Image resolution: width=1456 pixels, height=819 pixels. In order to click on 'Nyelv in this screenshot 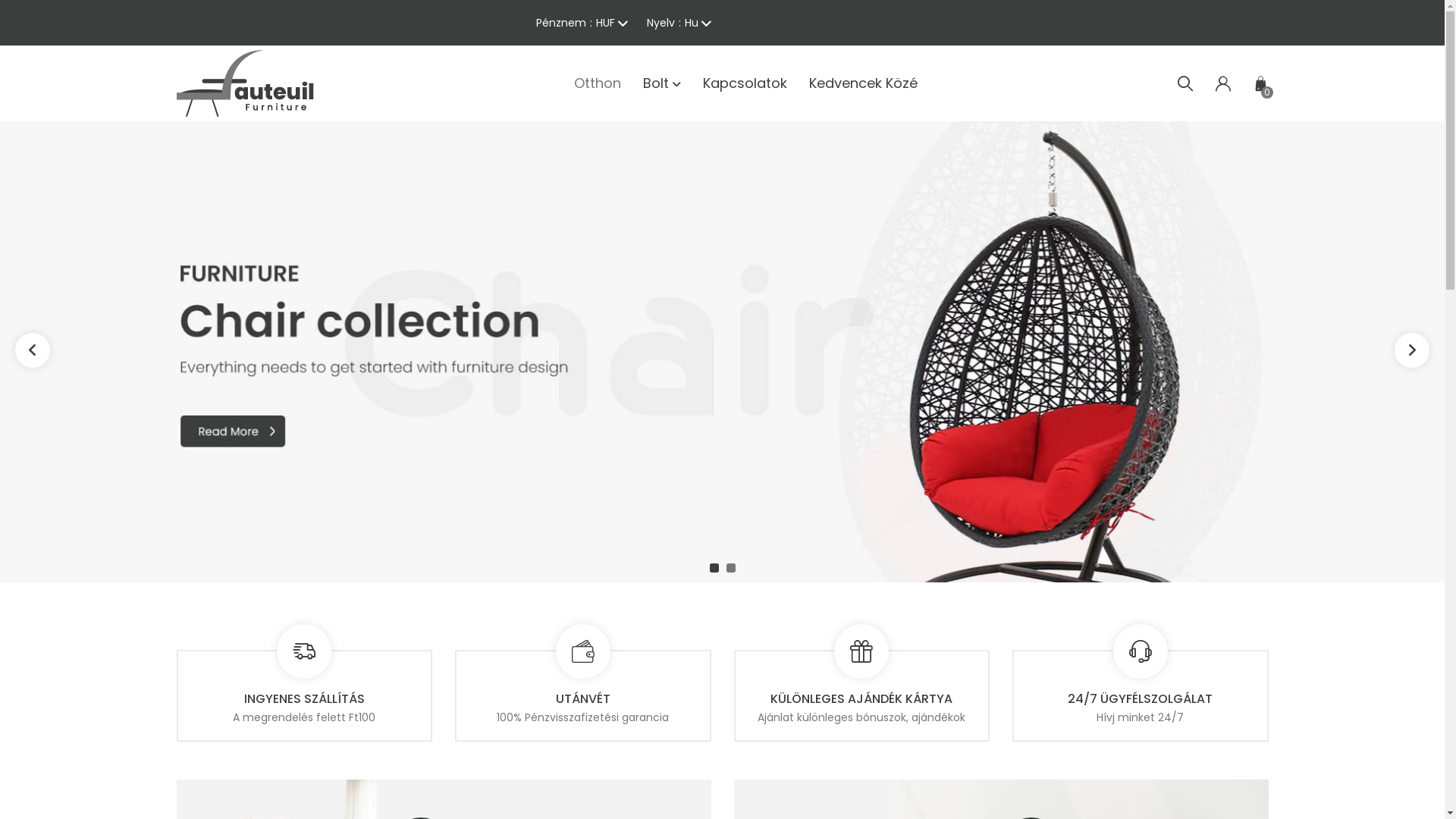, I will do `click(645, 23)`.